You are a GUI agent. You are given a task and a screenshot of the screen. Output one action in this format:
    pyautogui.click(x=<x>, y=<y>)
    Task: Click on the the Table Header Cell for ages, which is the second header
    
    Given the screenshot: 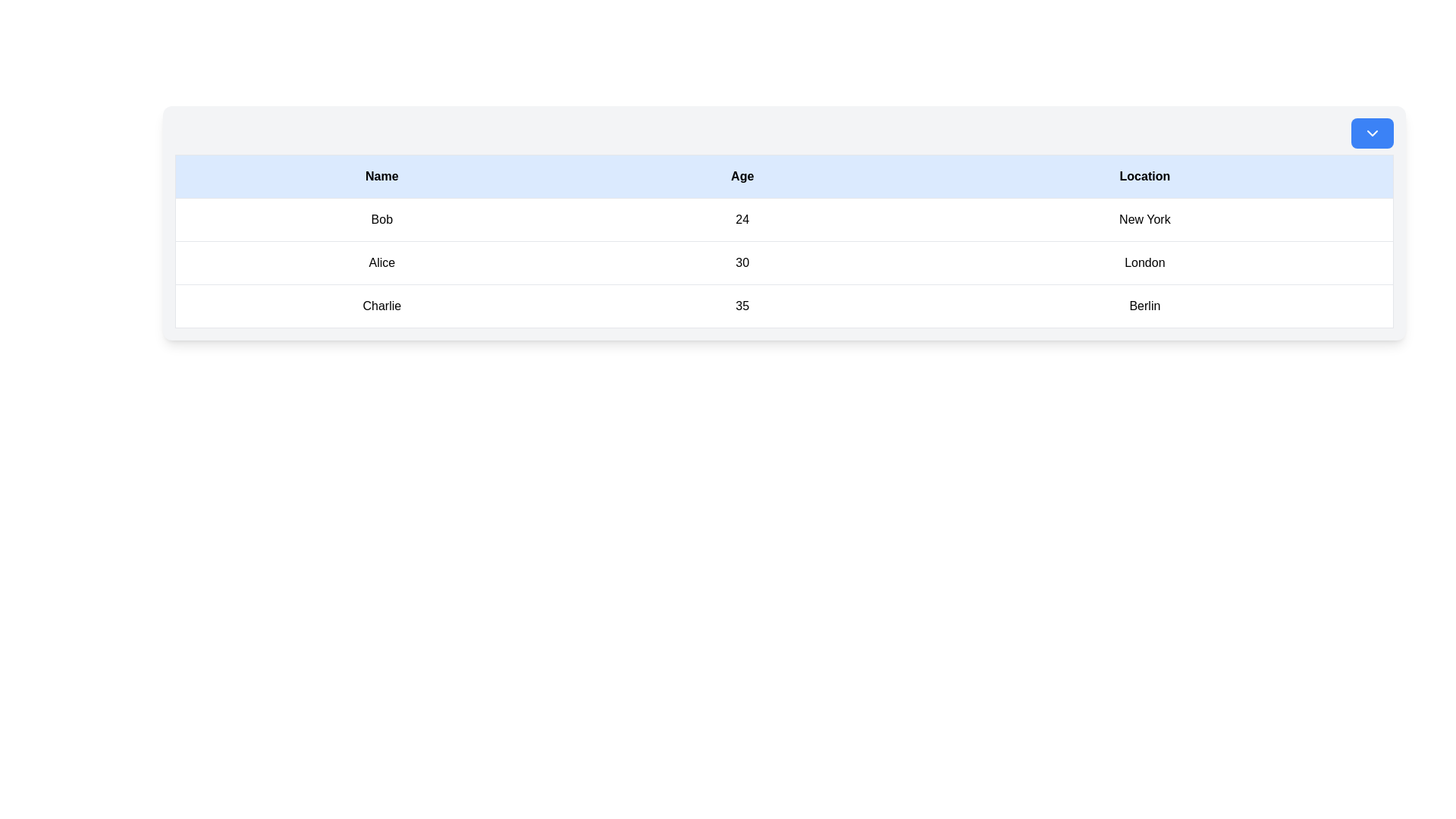 What is the action you would take?
    pyautogui.click(x=742, y=175)
    